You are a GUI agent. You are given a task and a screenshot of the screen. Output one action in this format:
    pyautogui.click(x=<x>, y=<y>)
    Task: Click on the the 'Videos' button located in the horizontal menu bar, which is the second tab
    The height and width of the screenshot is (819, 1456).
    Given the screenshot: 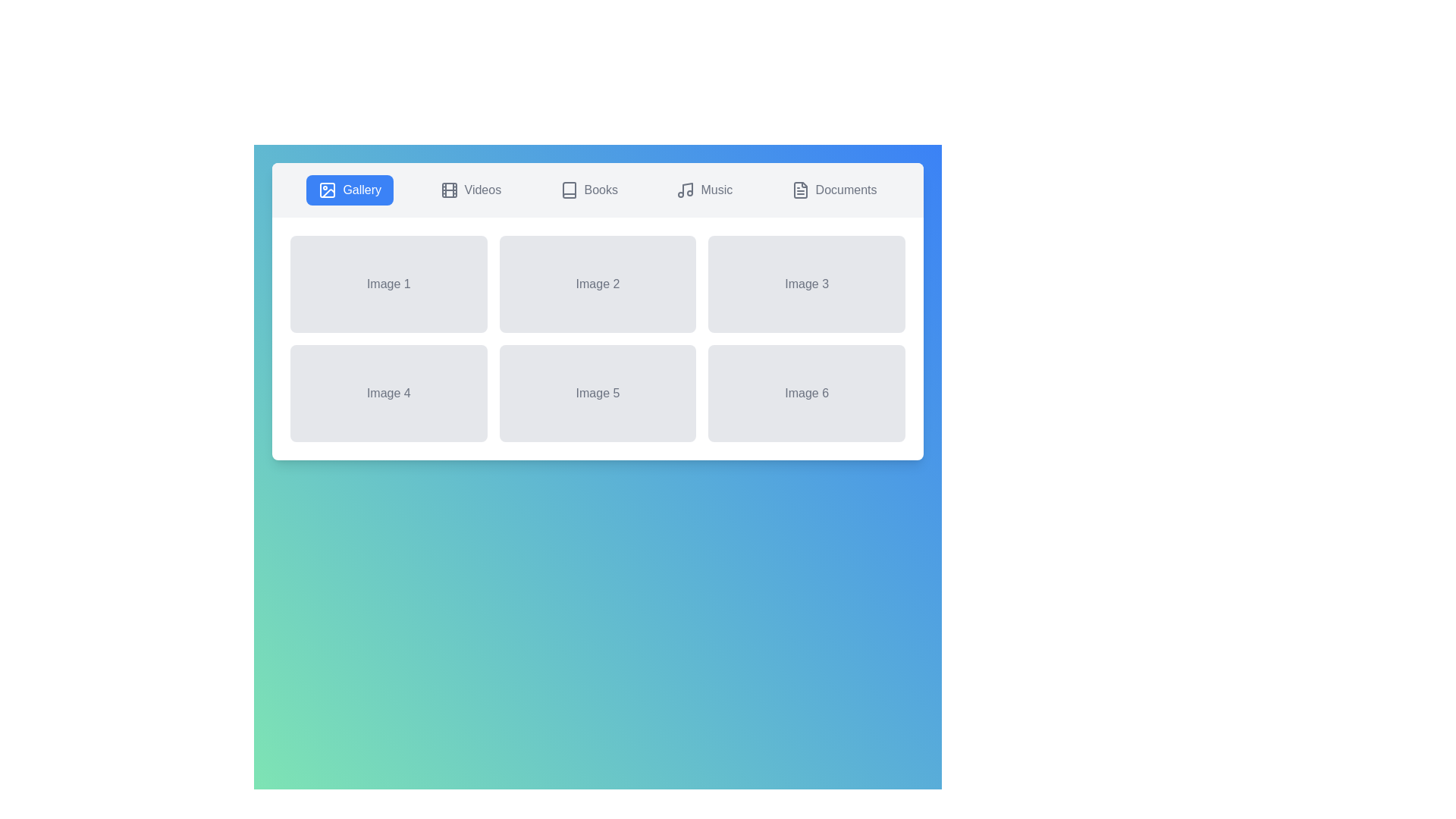 What is the action you would take?
    pyautogui.click(x=469, y=189)
    